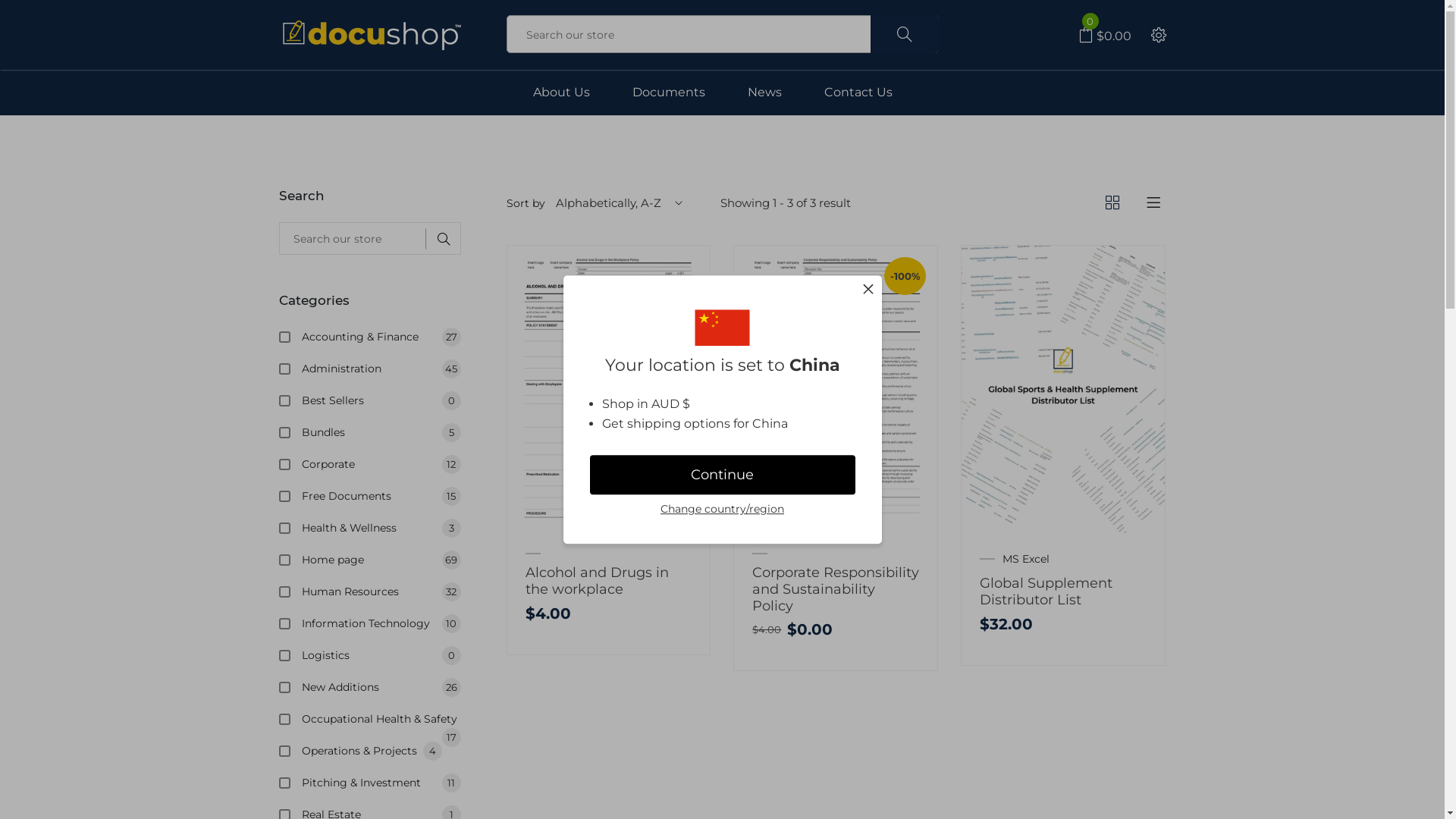 This screenshot has height=819, width=1456. Describe the element at coordinates (381, 526) in the screenshot. I see `'Health & Wellness` at that location.